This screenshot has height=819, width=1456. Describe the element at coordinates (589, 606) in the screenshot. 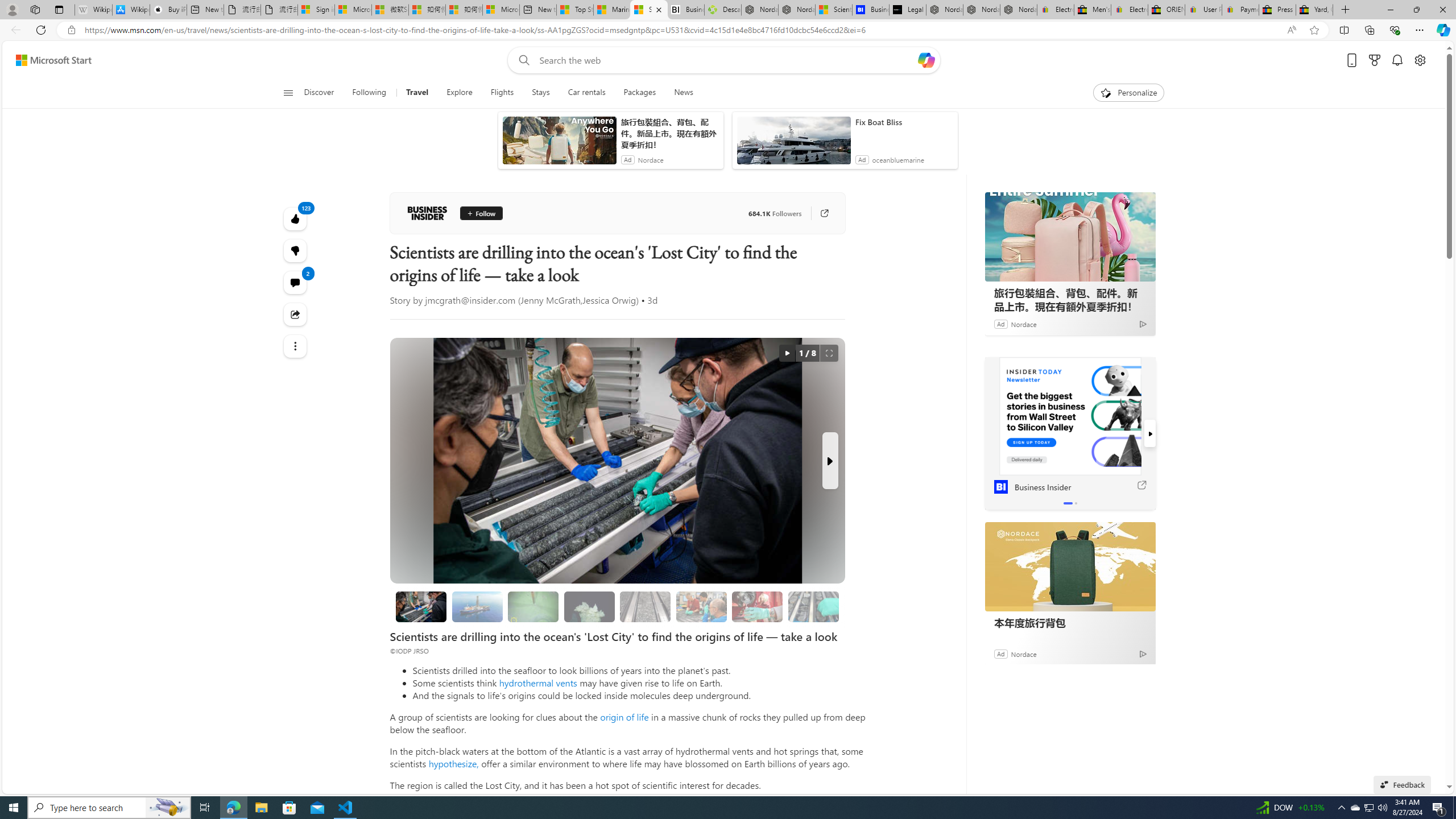

I see `'The Lost City could hold clues to the origin of life.'` at that location.